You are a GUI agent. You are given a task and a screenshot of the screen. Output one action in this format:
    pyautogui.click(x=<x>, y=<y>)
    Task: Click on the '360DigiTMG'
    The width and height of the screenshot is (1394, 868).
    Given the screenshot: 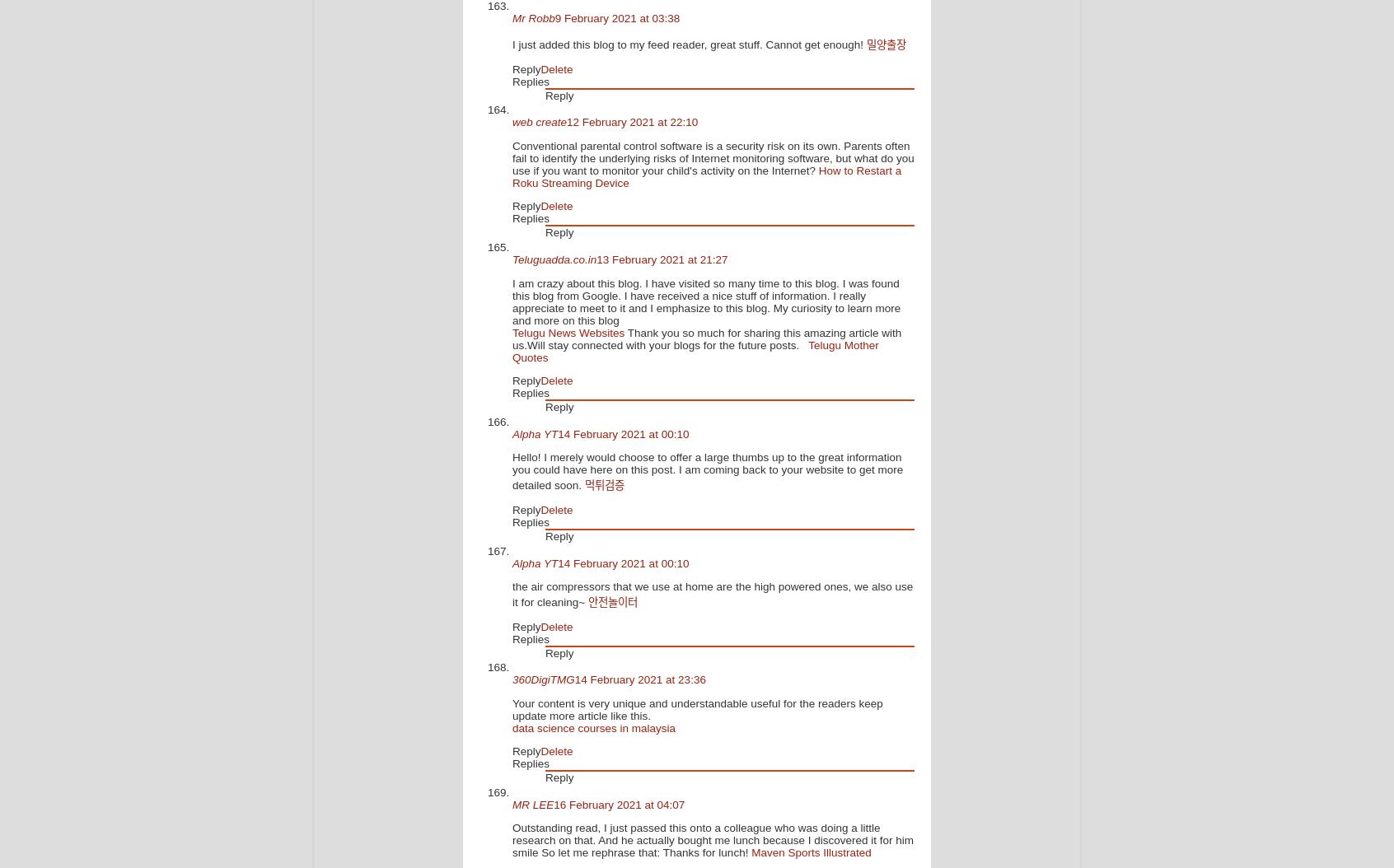 What is the action you would take?
    pyautogui.click(x=511, y=679)
    